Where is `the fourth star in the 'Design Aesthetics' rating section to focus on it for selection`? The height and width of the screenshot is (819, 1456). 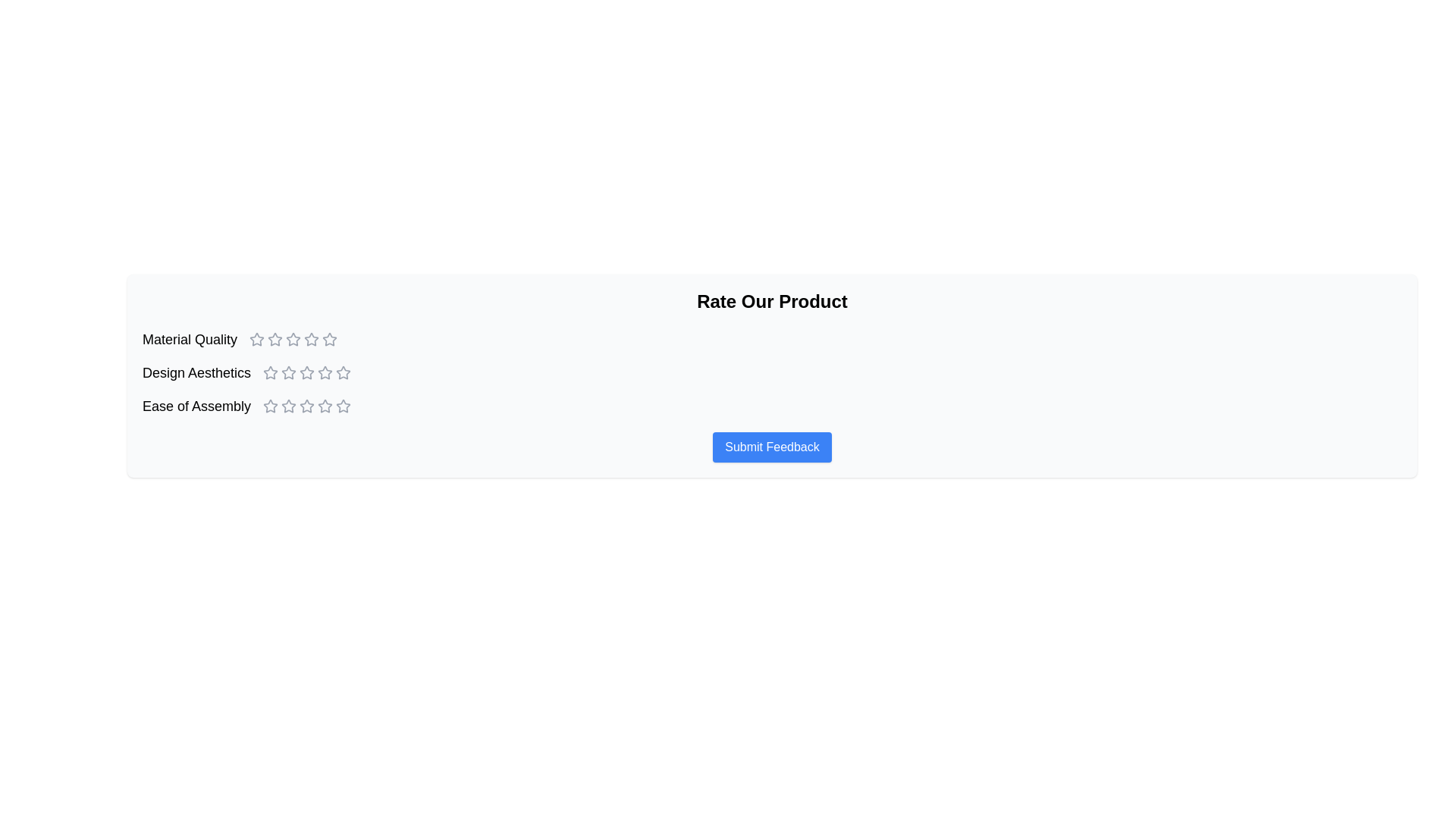
the fourth star in the 'Design Aesthetics' rating section to focus on it for selection is located at coordinates (306, 373).